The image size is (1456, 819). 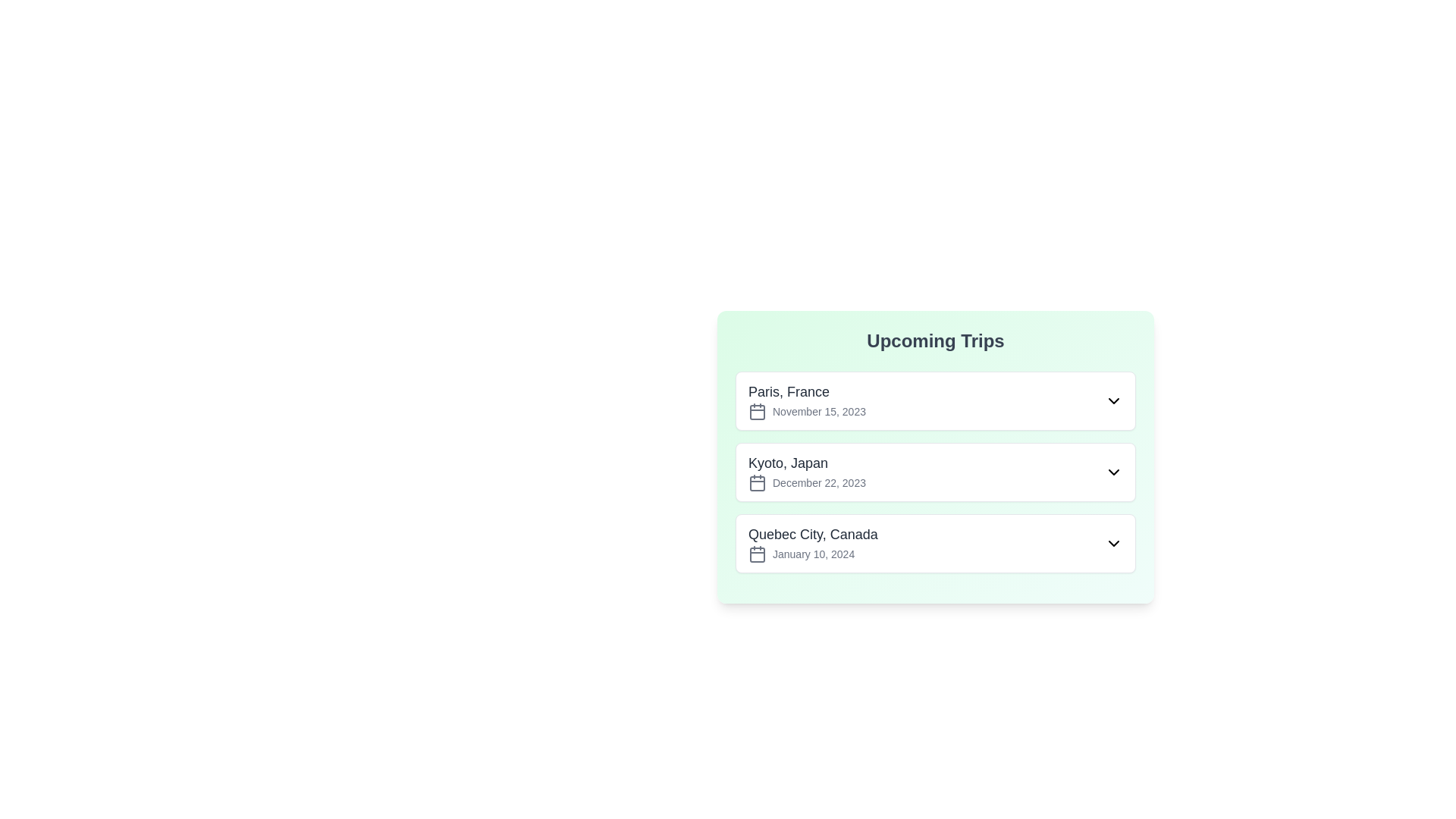 I want to click on date information displayed in the text label showing 'December 22, 2023' under the 'Kyoto, Japan' section, so click(x=806, y=482).